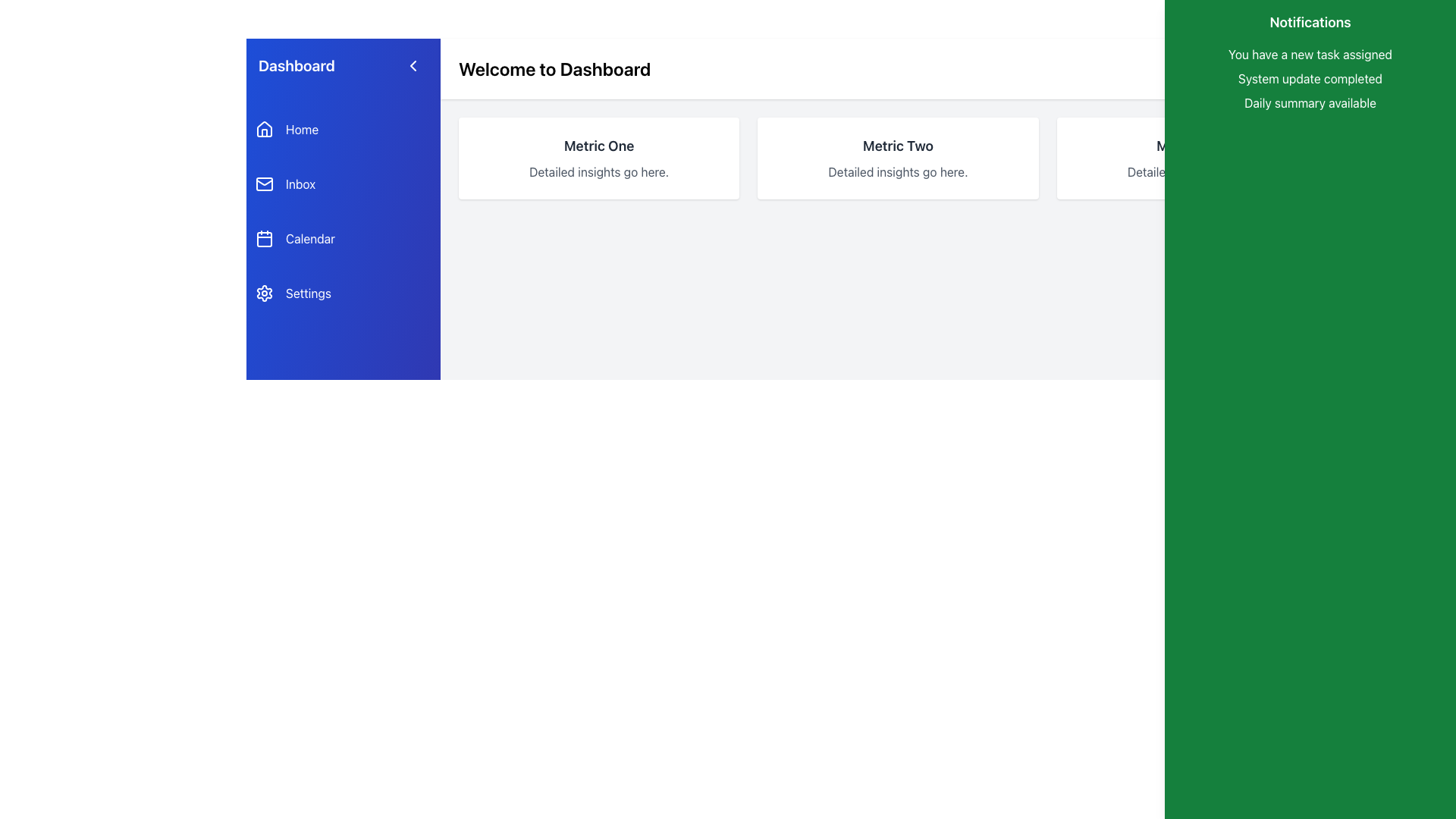 The image size is (1456, 819). What do you see at coordinates (1310, 102) in the screenshot?
I see `the third text label in the green notification panel that displays a message indicating the daily summary is ready` at bounding box center [1310, 102].